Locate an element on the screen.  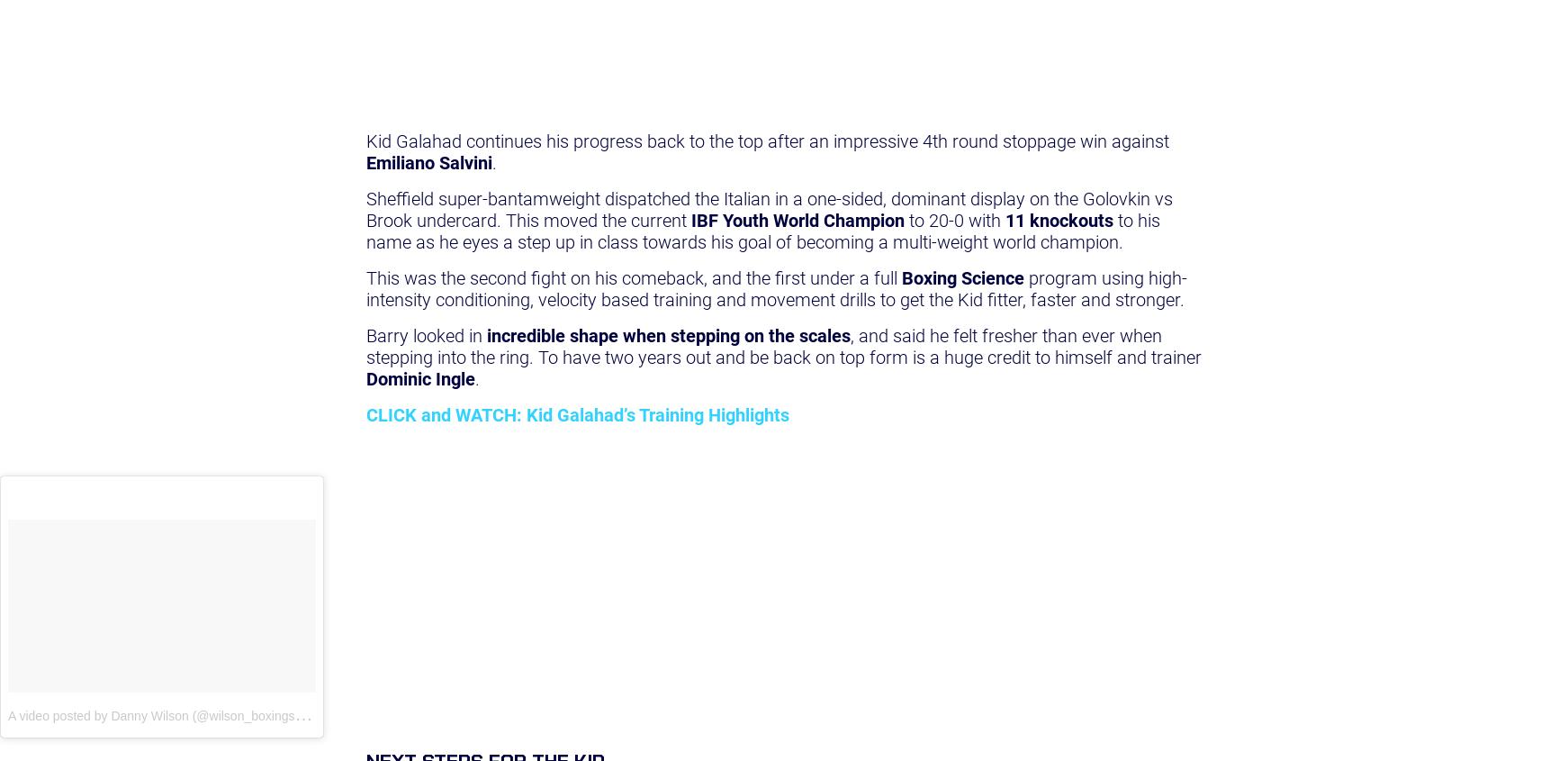
'Boxing Science' is located at coordinates (900, 278).